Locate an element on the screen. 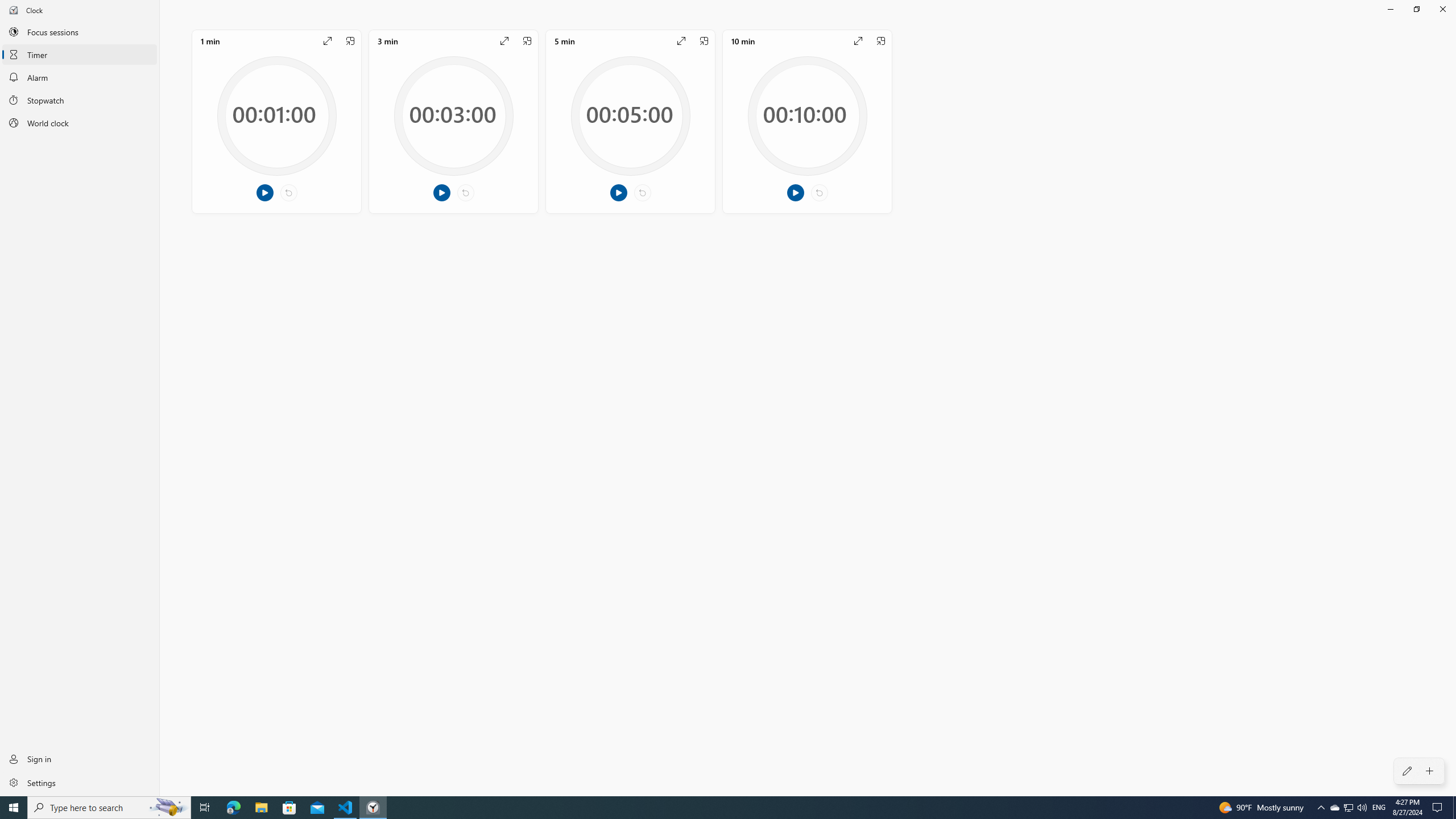 The image size is (1456, 819). 'Alarm' is located at coordinates (79, 77).